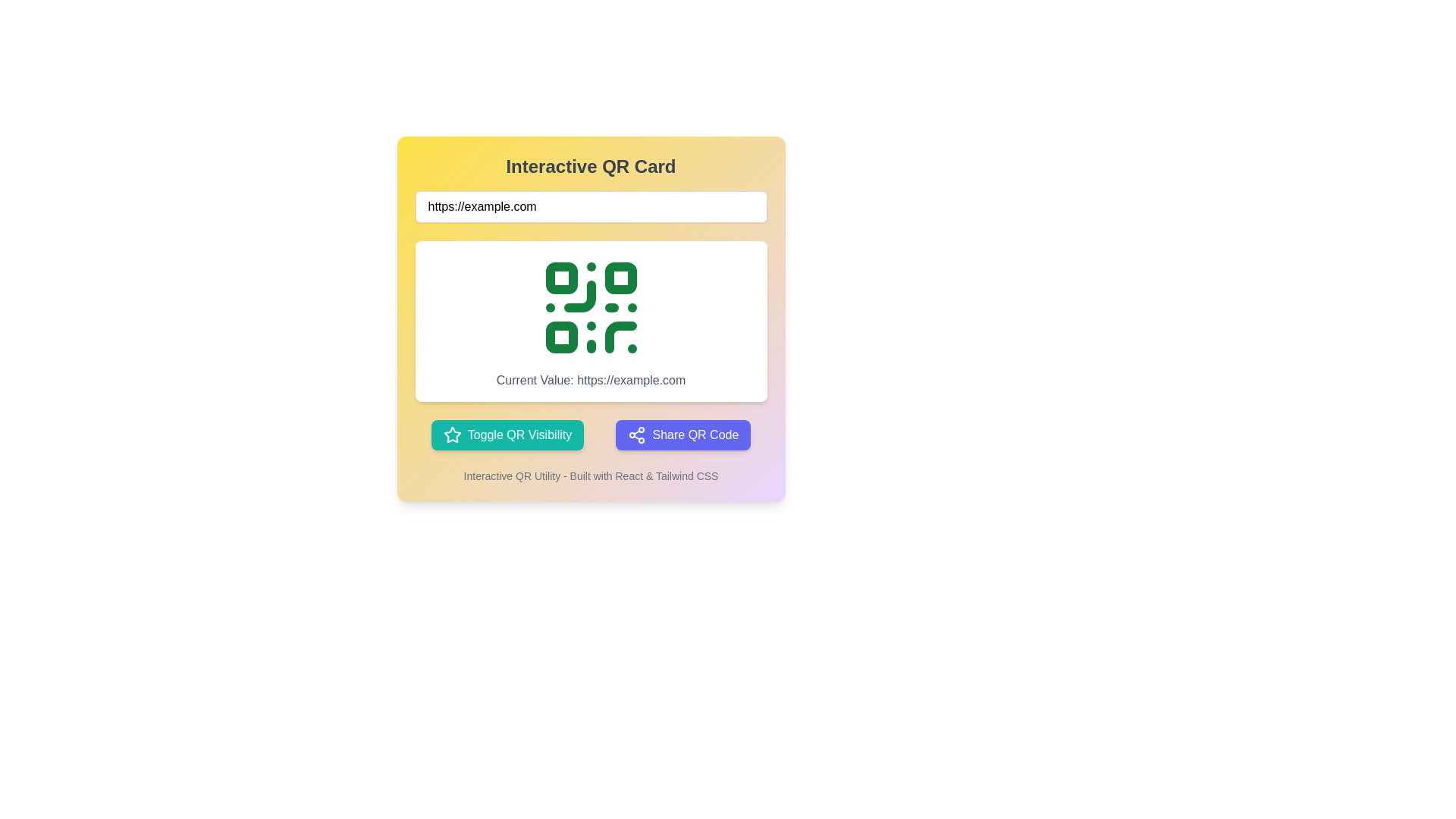  Describe the element at coordinates (560, 336) in the screenshot. I see `the small green square with rounded corners located at the bottom left corner of the QR code, contrasting with the white background` at that location.